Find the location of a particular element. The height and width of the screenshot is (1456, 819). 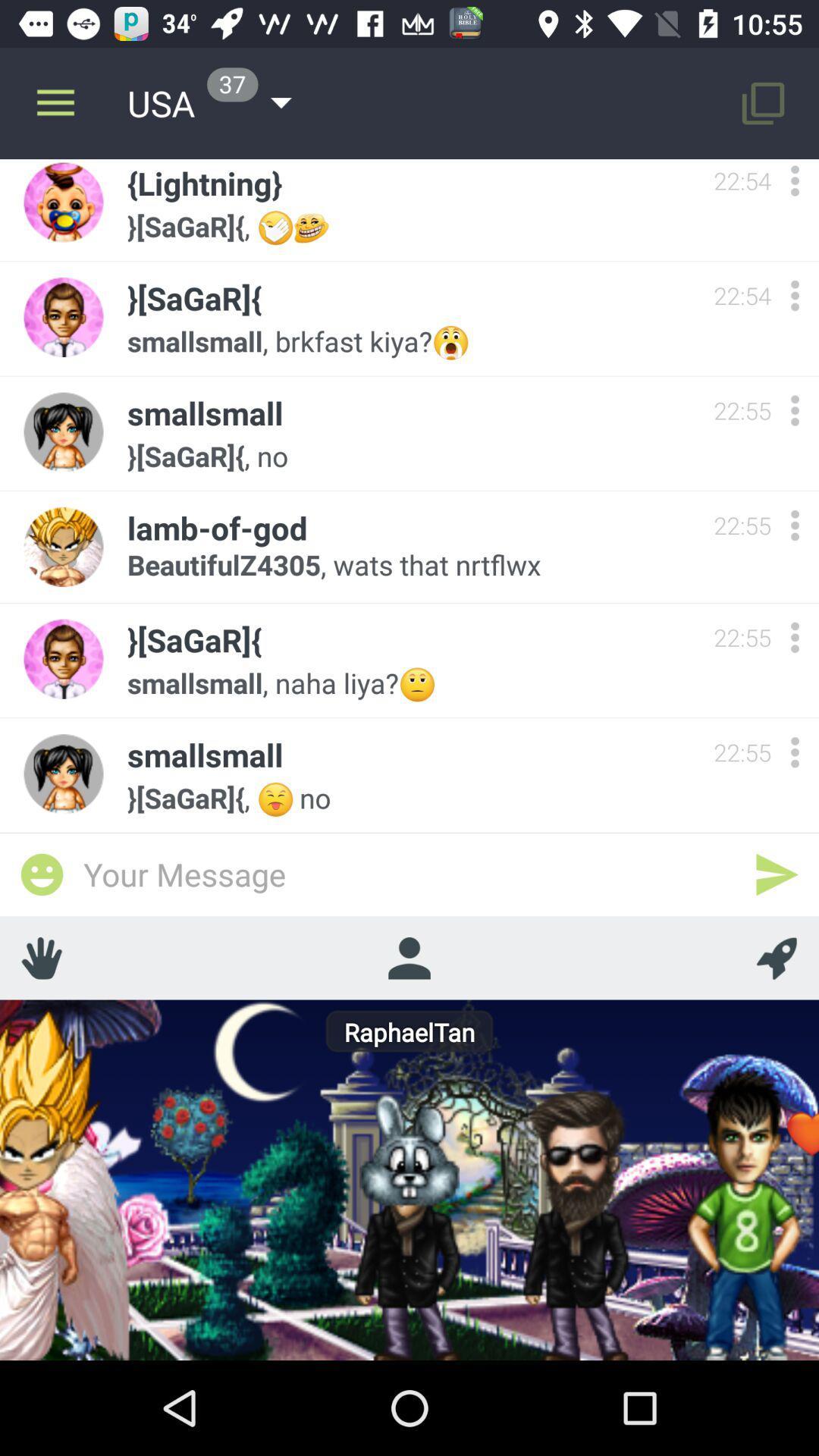

open friend list is located at coordinates (408, 957).